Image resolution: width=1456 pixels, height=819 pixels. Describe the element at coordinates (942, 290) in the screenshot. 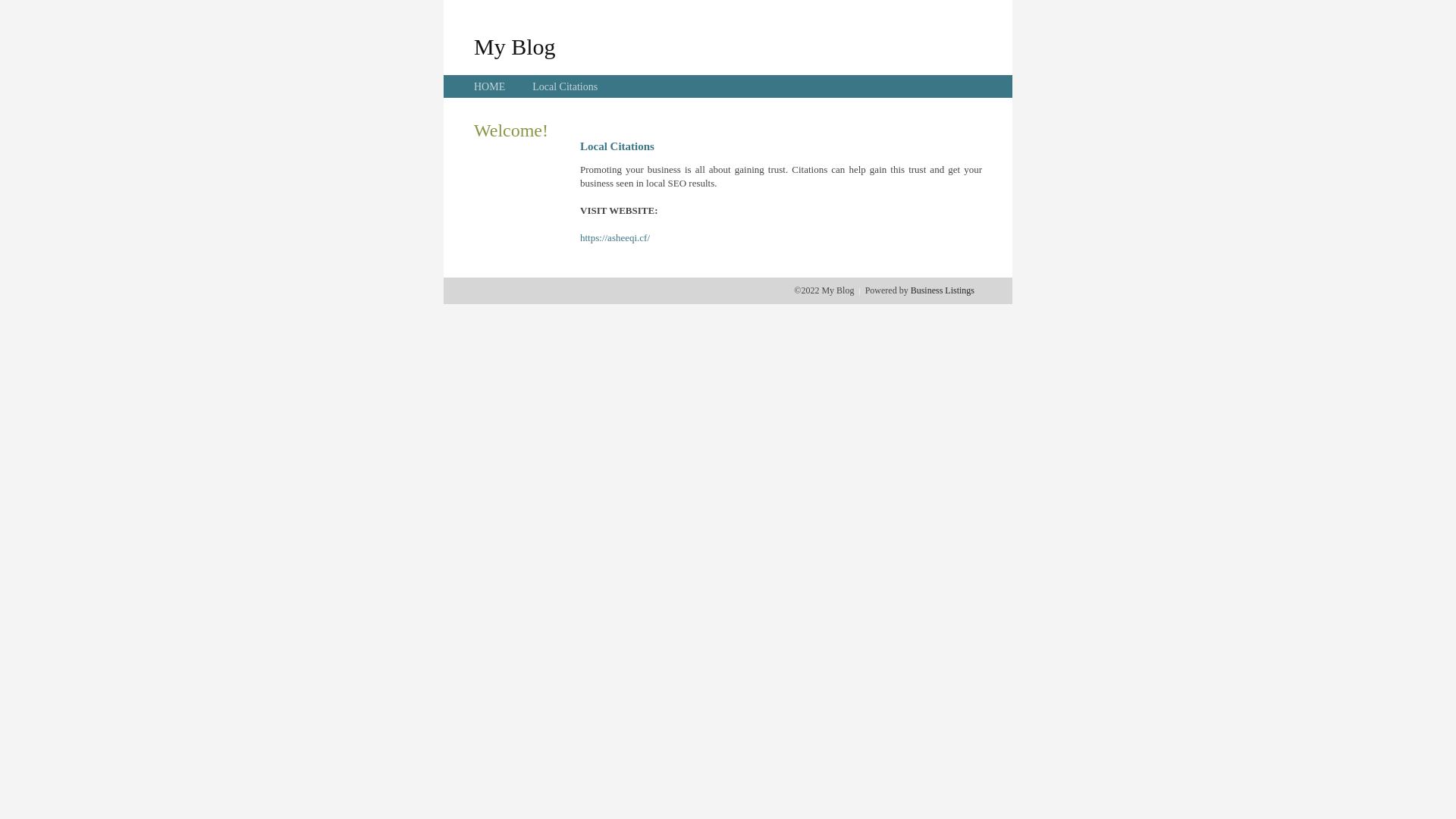

I see `'Business Listings'` at that location.